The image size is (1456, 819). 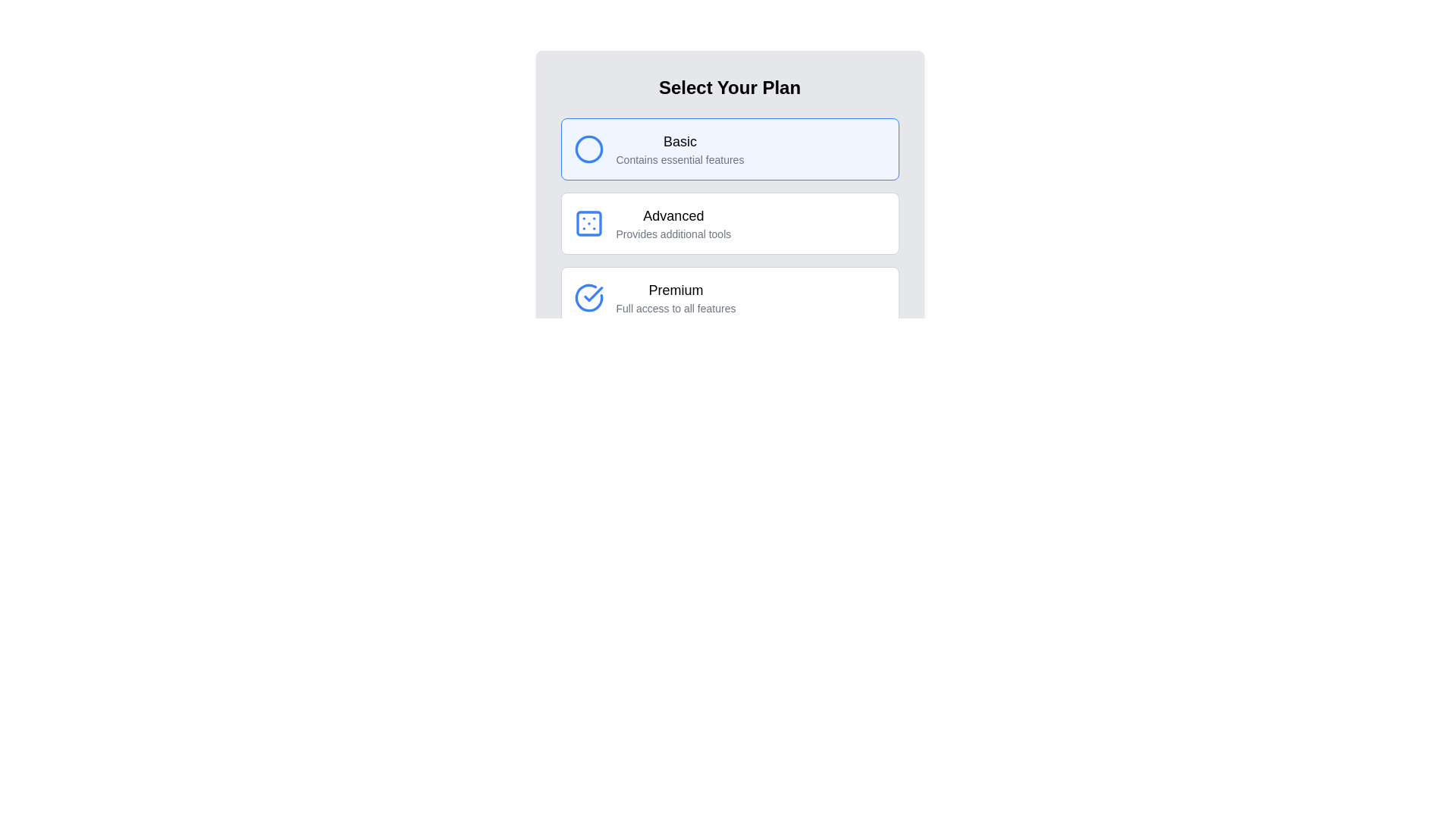 I want to click on text of the 'Premium' plan label located at the center of the selection card in the 'Select Your Plan' section, so click(x=675, y=298).